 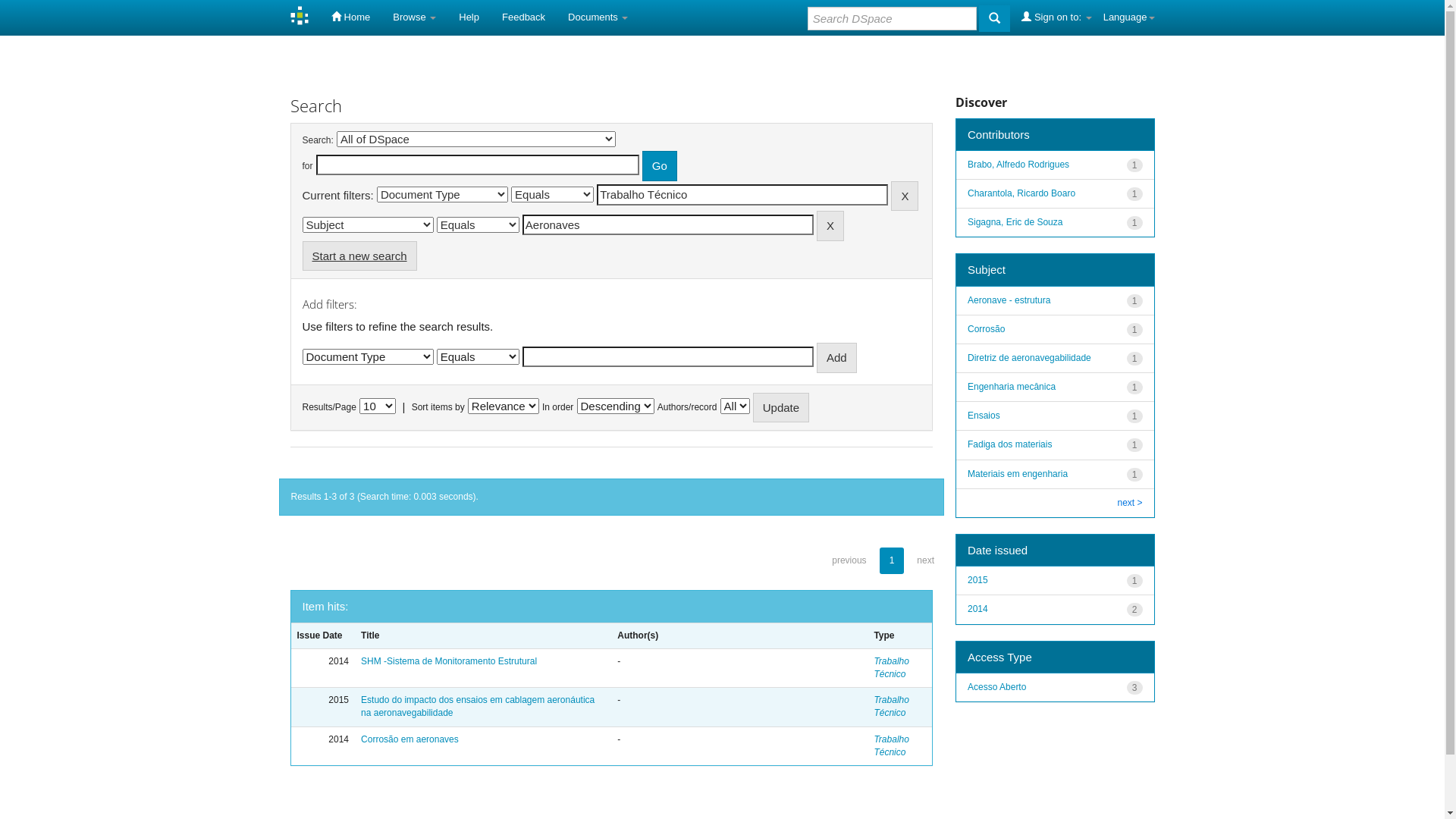 What do you see at coordinates (815, 225) in the screenshot?
I see `'X'` at bounding box center [815, 225].